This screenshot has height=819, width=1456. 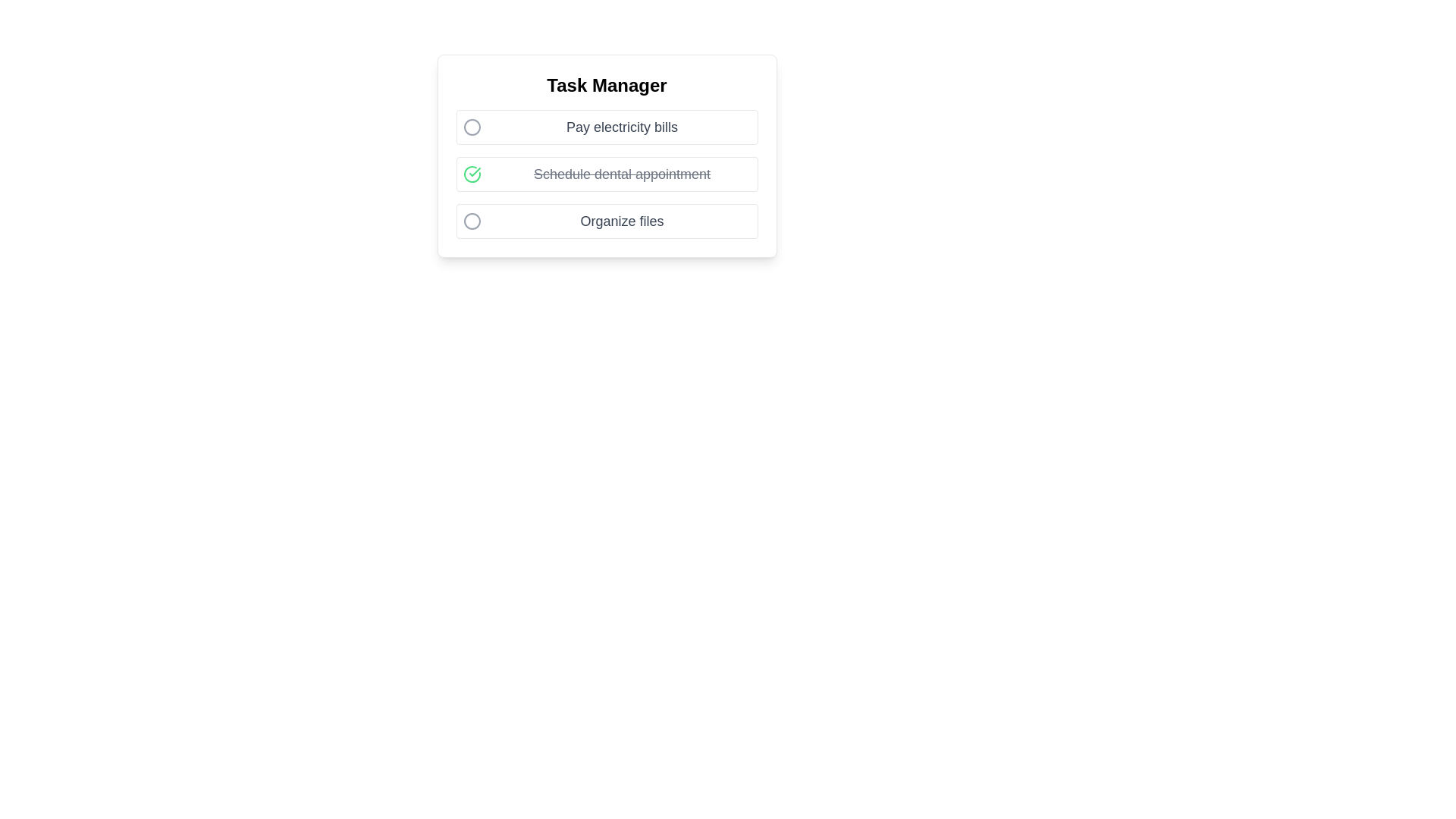 I want to click on the completed task item titled 'Schedule dental appointment' which is styled with a strike-through effect and has a green checkmark icon, so click(x=607, y=174).